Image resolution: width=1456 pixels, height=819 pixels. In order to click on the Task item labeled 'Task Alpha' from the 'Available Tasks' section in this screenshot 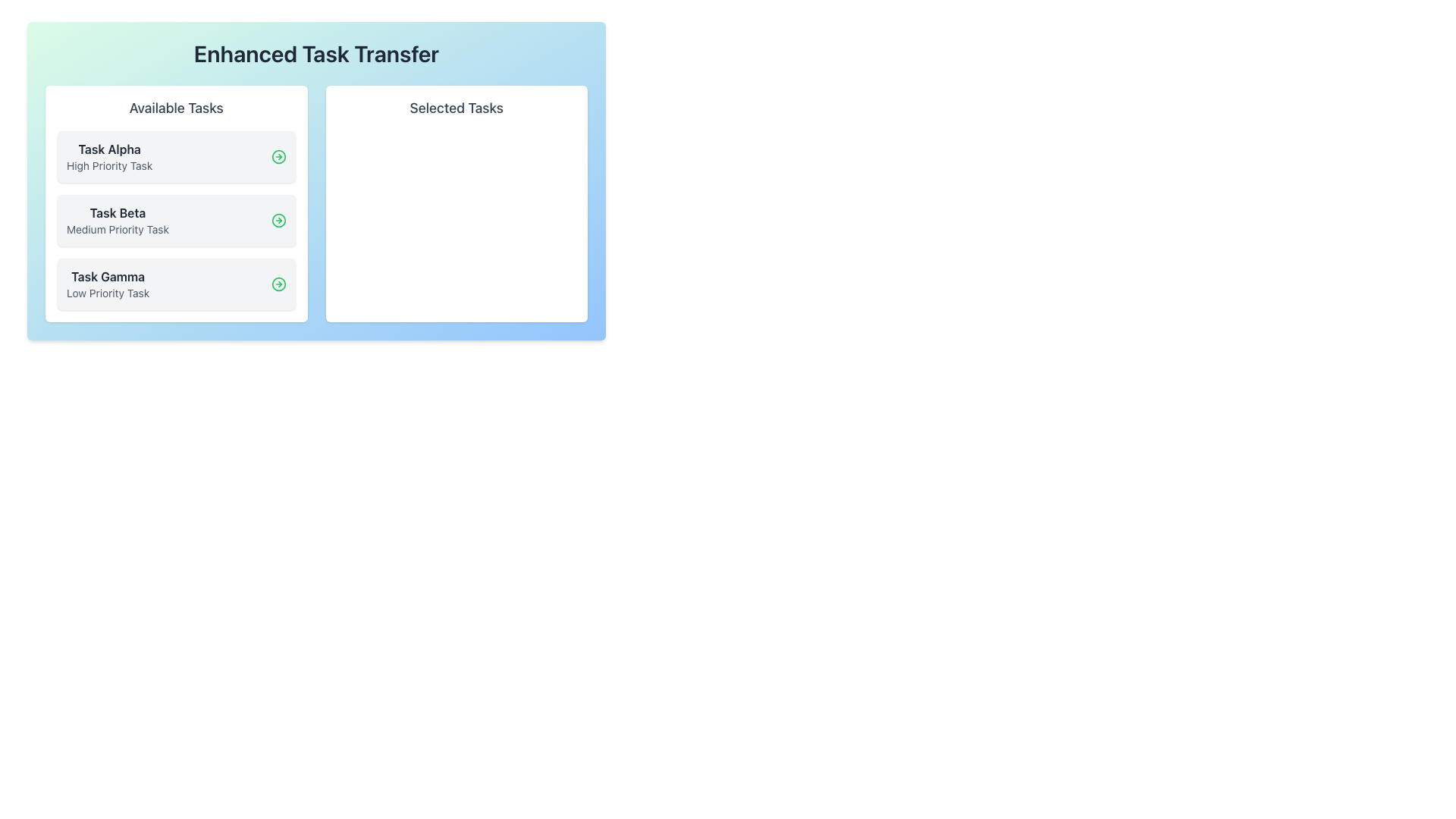, I will do `click(176, 157)`.